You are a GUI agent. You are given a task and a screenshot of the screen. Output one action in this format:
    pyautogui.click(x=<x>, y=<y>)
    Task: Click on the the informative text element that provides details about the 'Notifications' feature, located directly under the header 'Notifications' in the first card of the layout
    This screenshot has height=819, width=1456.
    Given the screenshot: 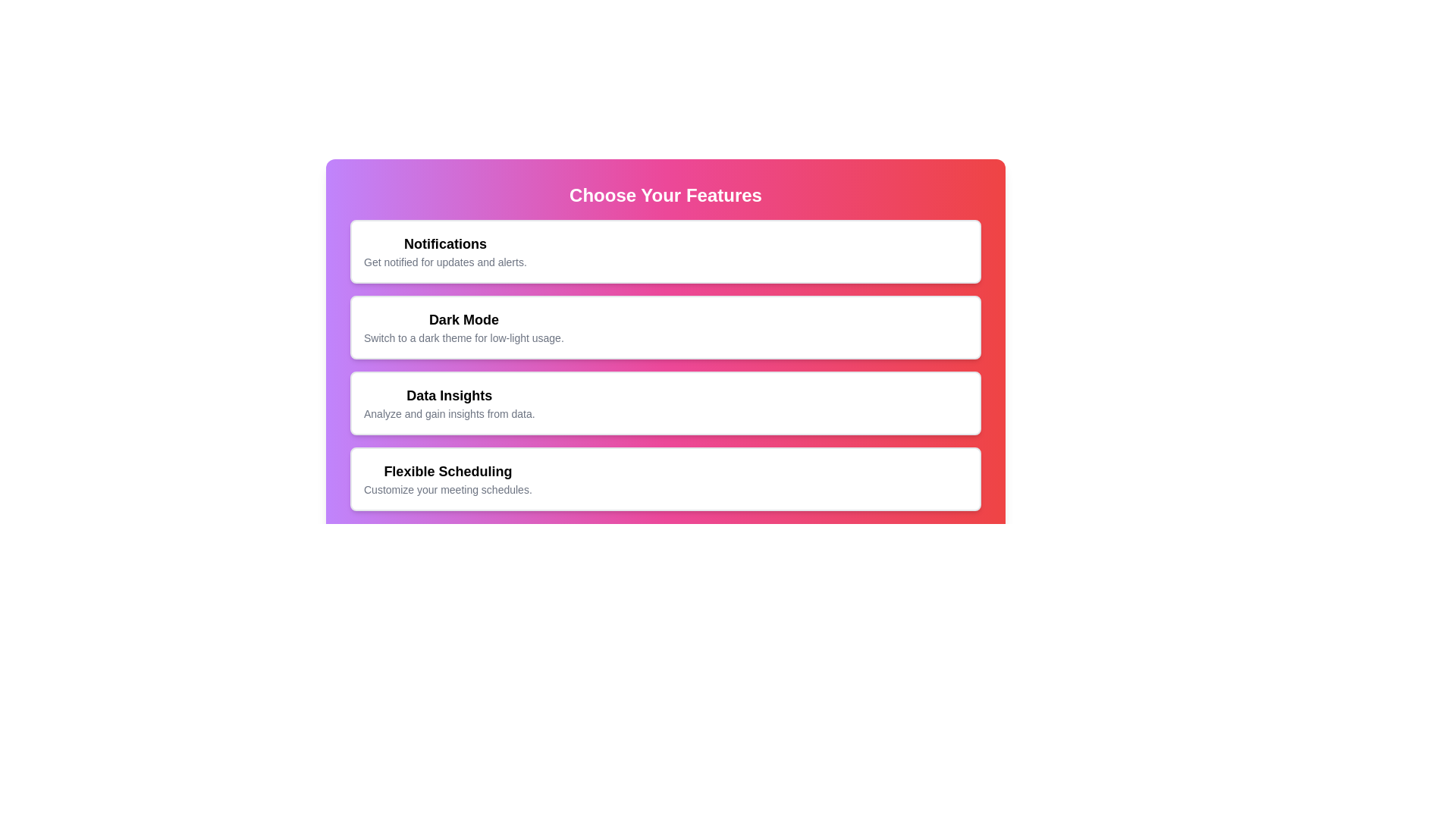 What is the action you would take?
    pyautogui.click(x=444, y=262)
    